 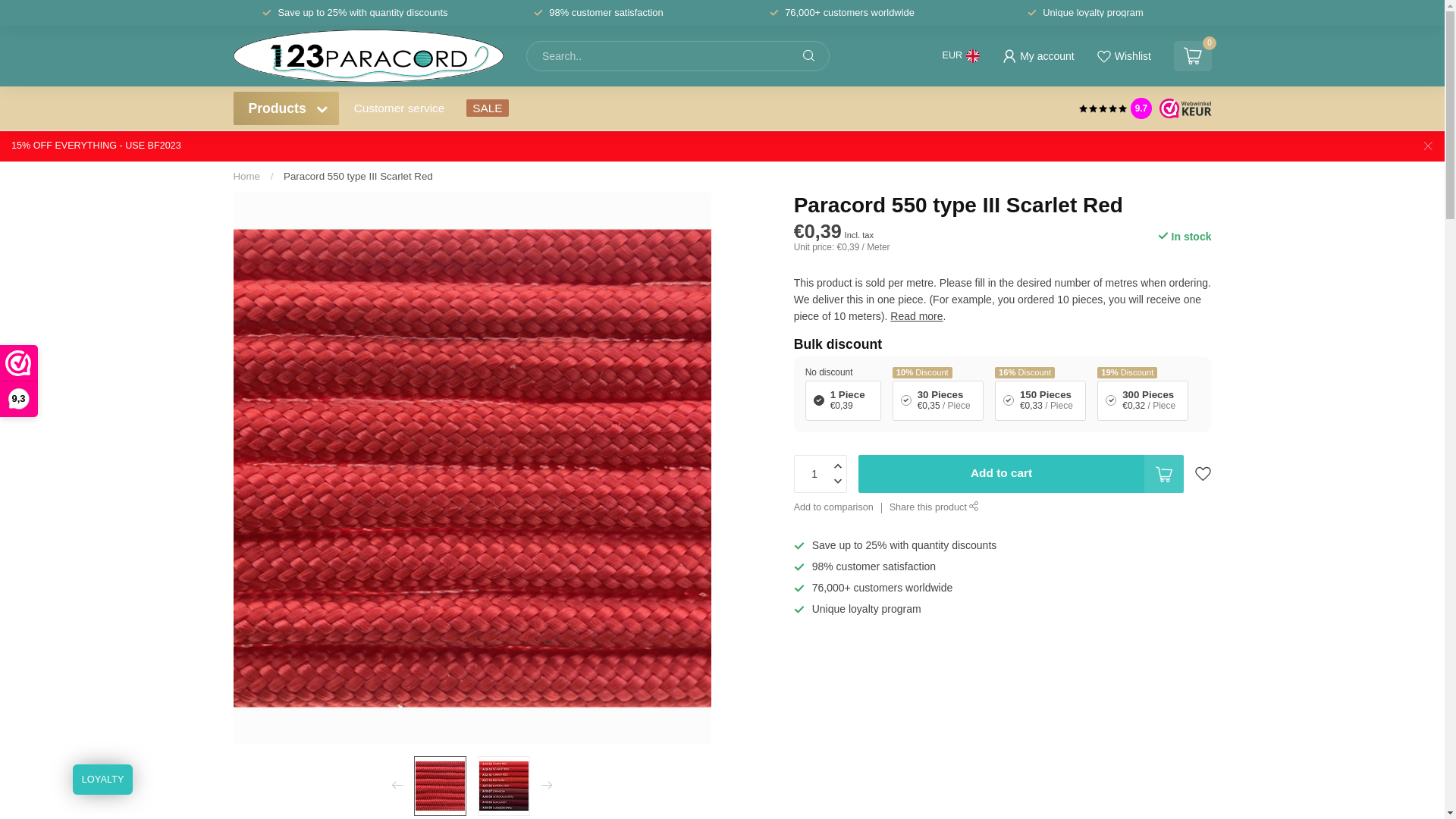 What do you see at coordinates (917, 315) in the screenshot?
I see `'Read more.'` at bounding box center [917, 315].